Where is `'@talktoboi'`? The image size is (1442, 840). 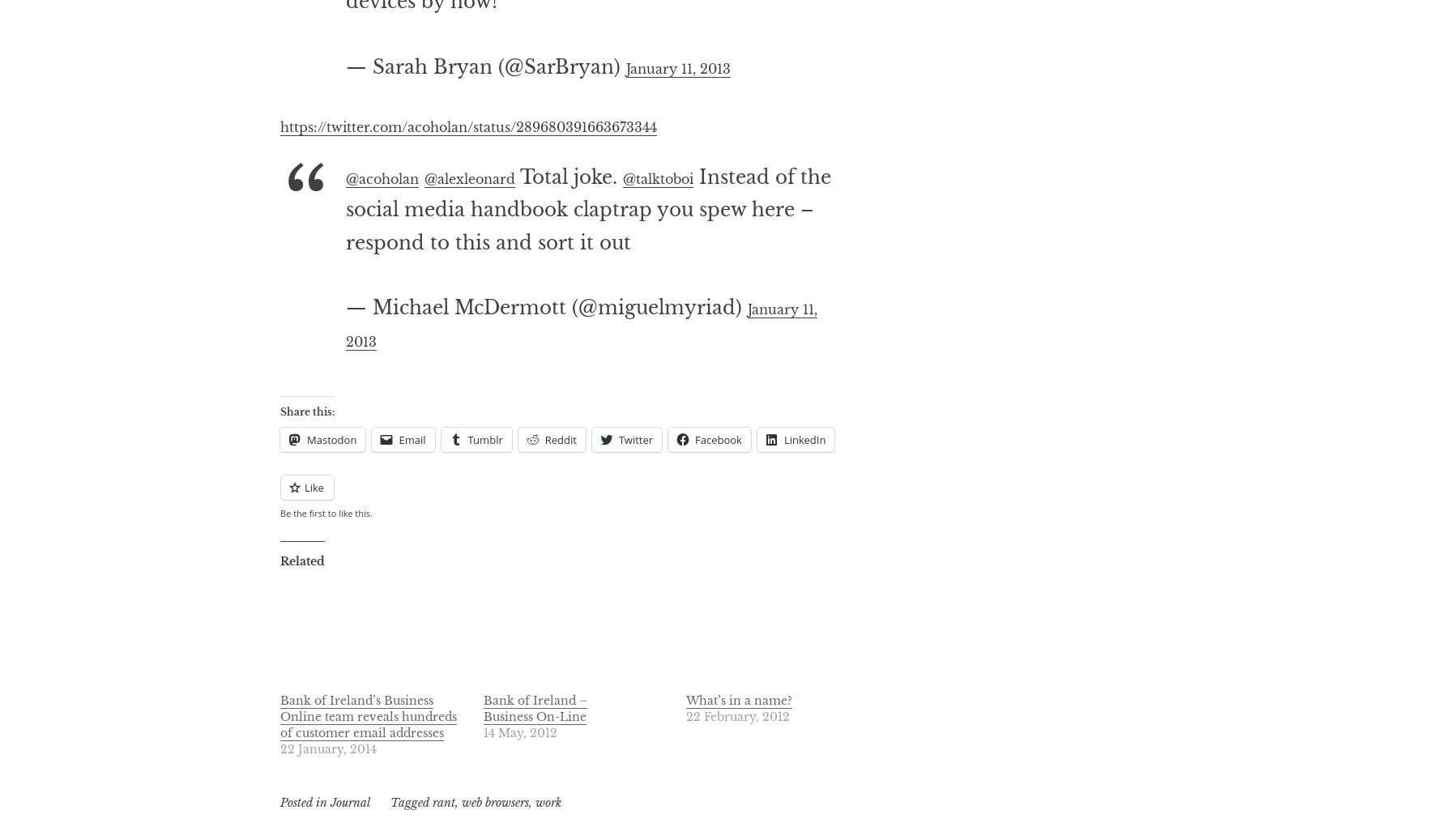 '@talktoboi' is located at coordinates (695, 241).